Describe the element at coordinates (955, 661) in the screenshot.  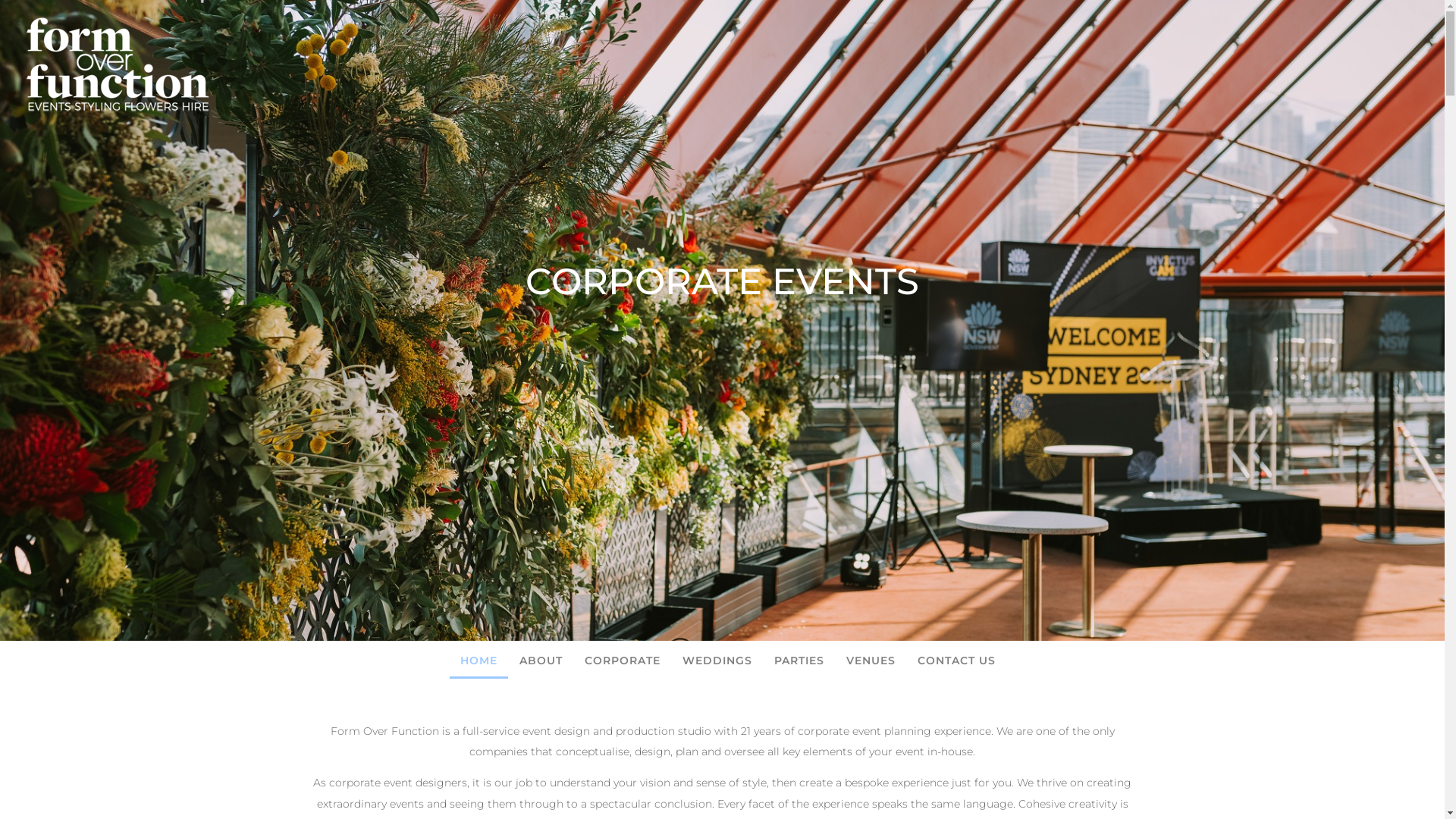
I see `'CONTACT US'` at that location.